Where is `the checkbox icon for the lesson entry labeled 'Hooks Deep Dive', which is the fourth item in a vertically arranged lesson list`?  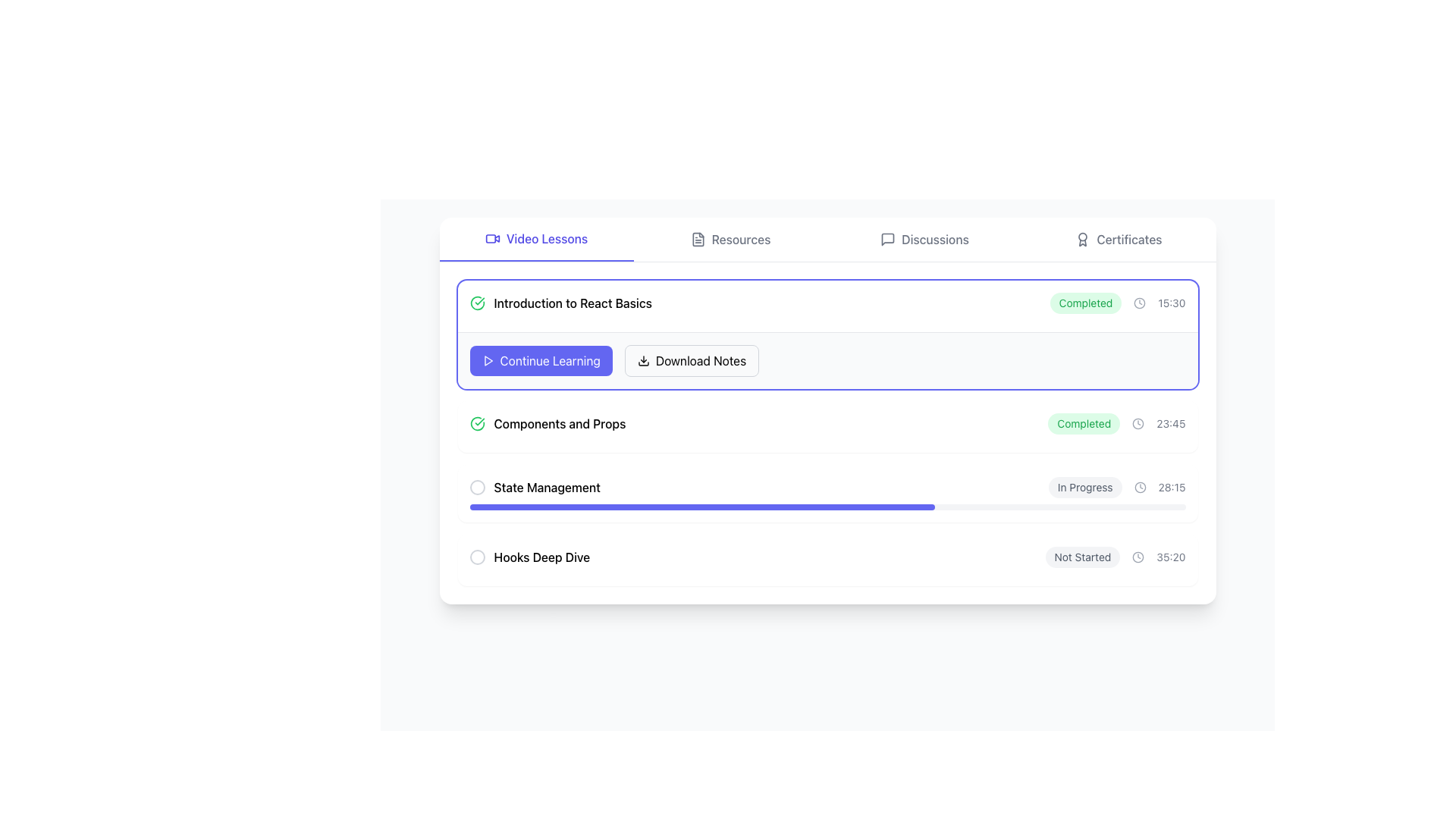
the checkbox icon for the lesson entry labeled 'Hooks Deep Dive', which is the fourth item in a vertically arranged lesson list is located at coordinates (529, 557).